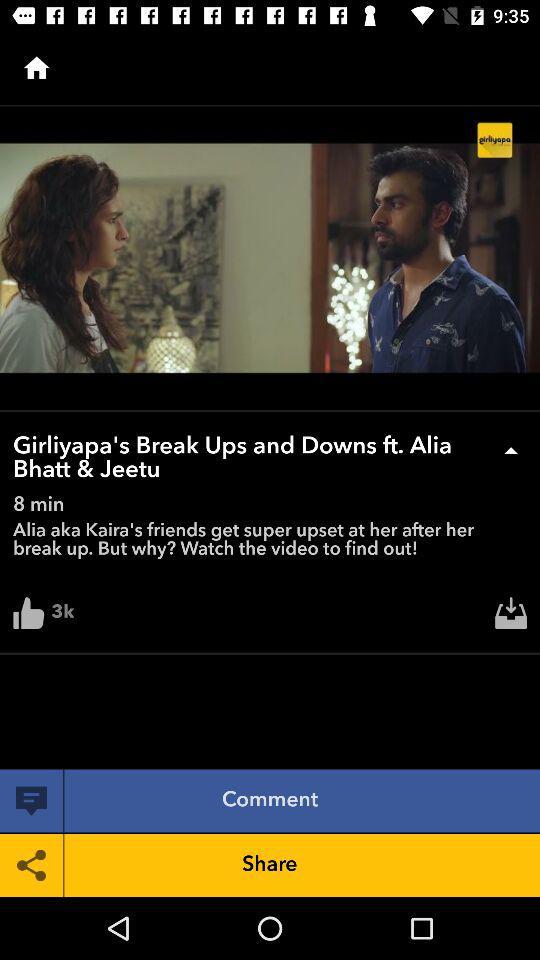 Image resolution: width=540 pixels, height=960 pixels. I want to click on item below the alia aka kaira item, so click(511, 617).